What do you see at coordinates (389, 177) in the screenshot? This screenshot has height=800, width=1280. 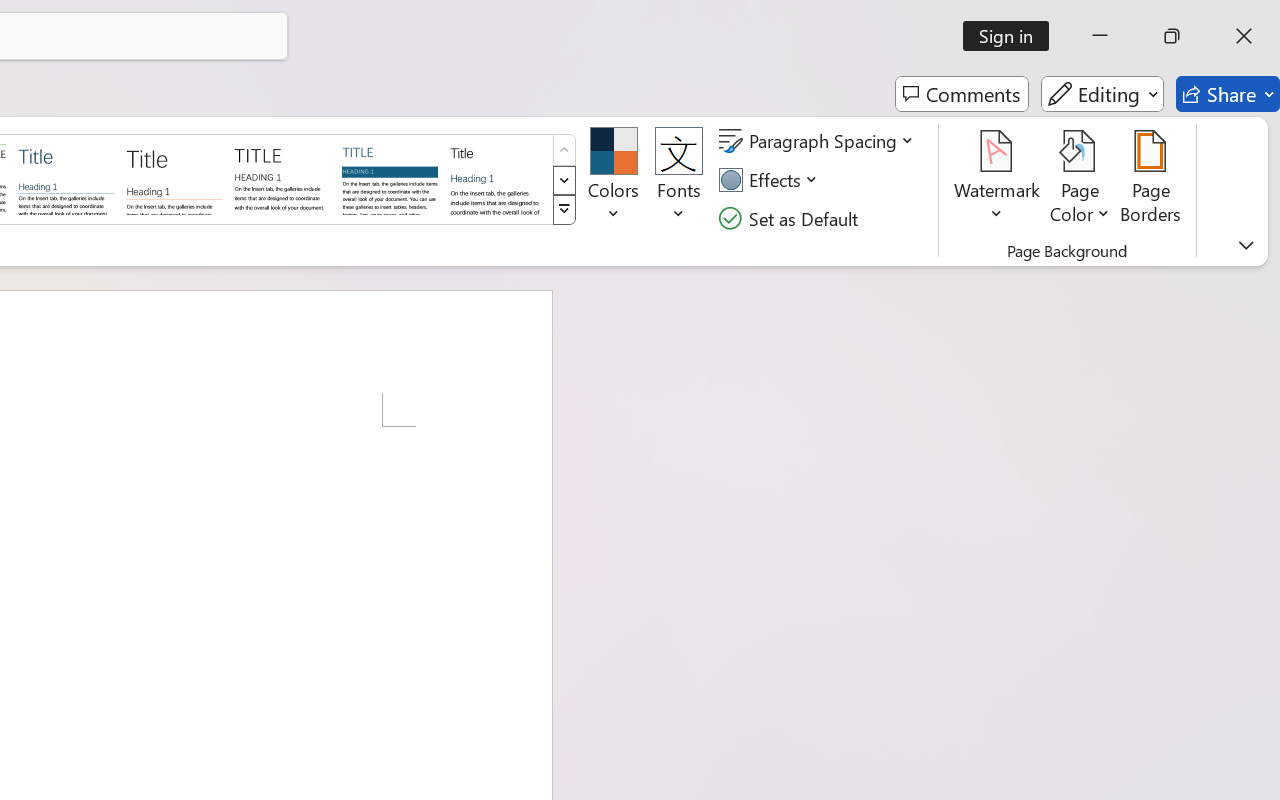 I see `'Shaded'` at bounding box center [389, 177].